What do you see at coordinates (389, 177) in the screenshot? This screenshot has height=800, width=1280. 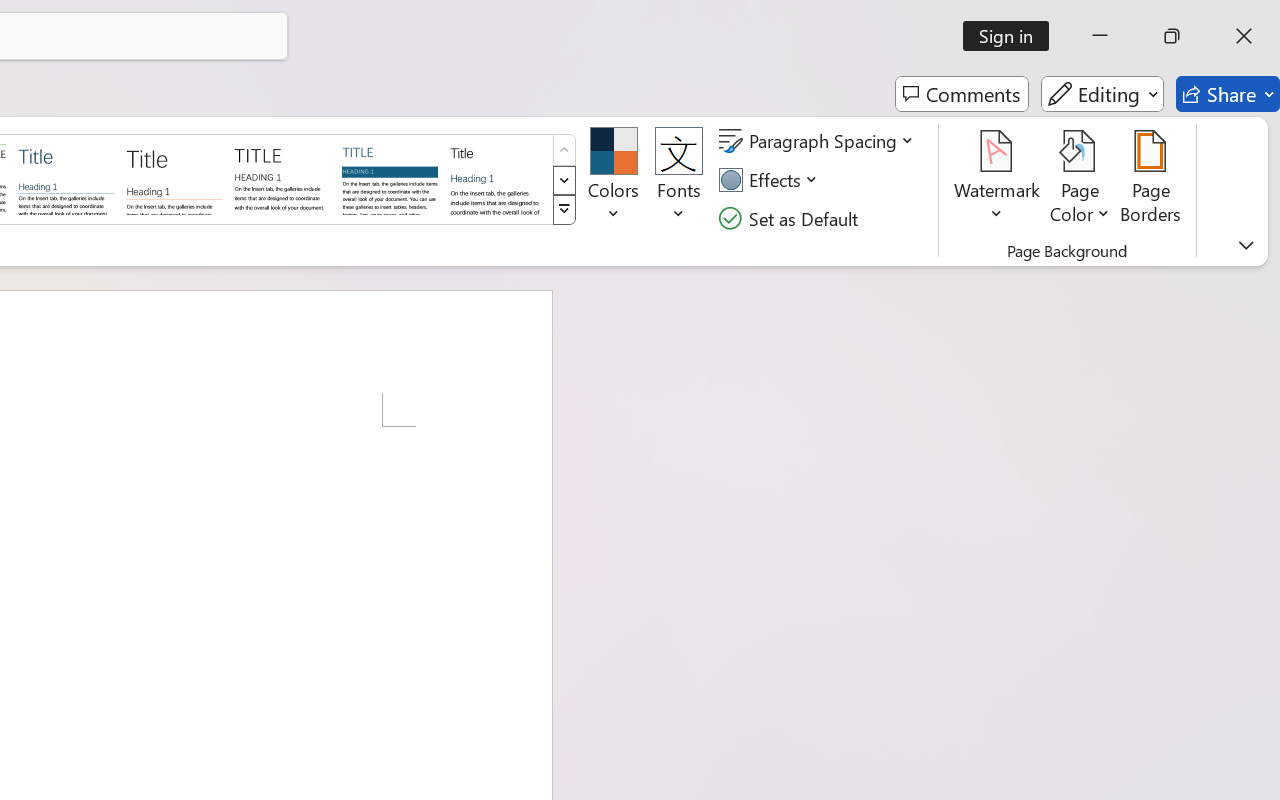 I see `'Shaded'` at bounding box center [389, 177].